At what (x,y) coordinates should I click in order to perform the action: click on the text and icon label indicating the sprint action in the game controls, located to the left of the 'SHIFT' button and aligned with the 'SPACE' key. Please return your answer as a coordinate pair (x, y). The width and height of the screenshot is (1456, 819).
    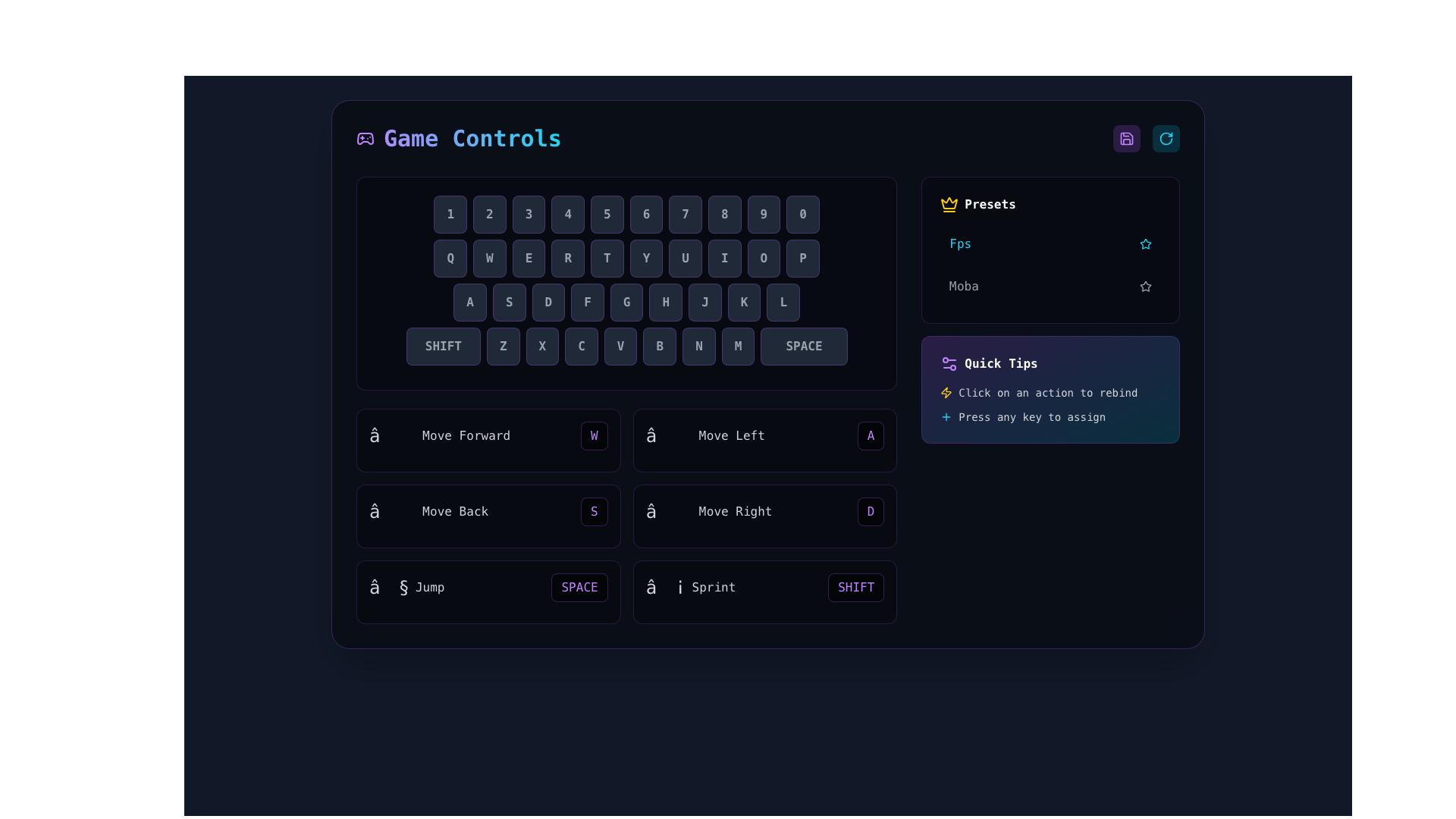
    Looking at the image, I should click on (690, 587).